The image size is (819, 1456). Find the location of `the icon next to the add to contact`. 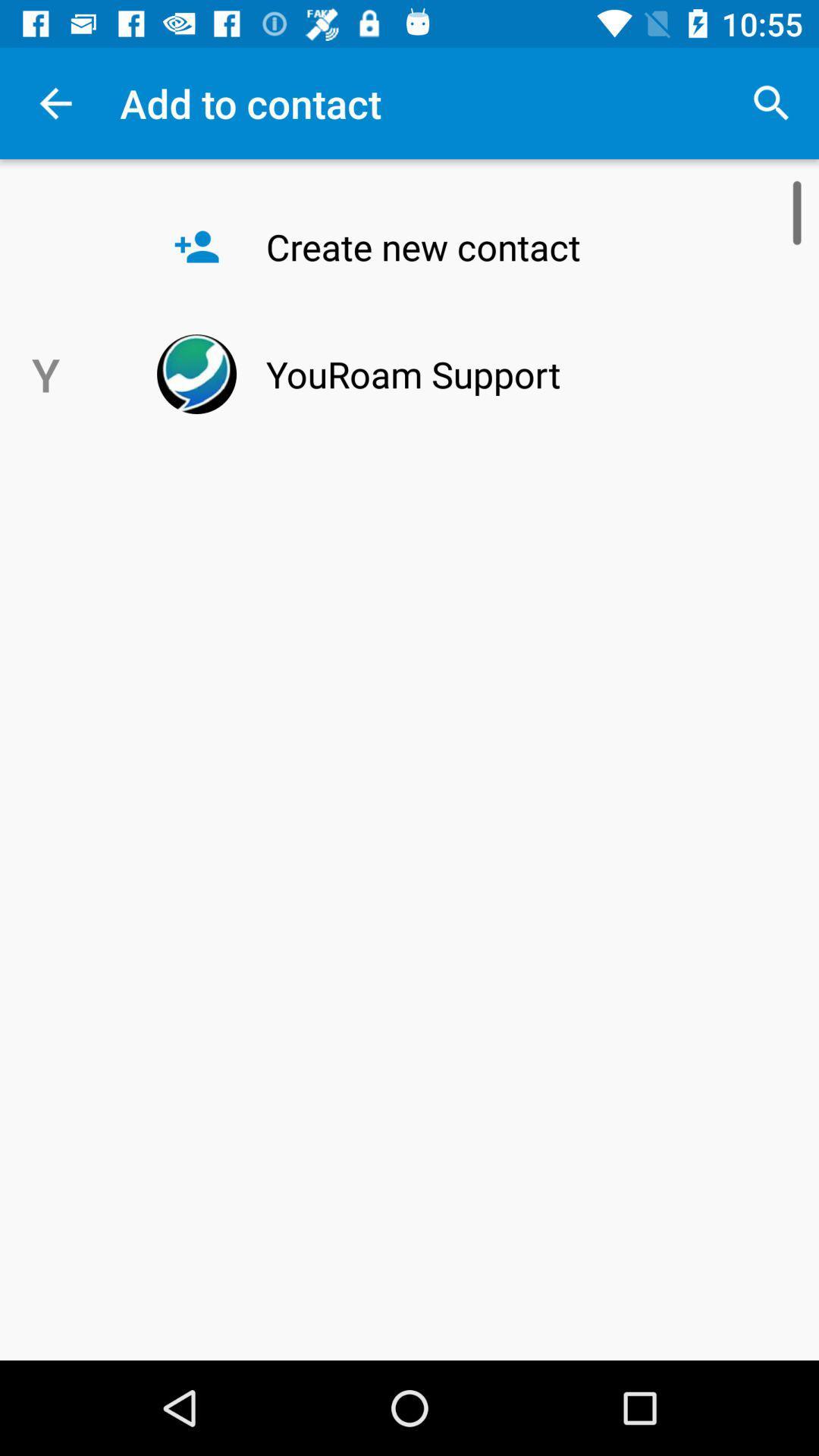

the icon next to the add to contact is located at coordinates (771, 102).